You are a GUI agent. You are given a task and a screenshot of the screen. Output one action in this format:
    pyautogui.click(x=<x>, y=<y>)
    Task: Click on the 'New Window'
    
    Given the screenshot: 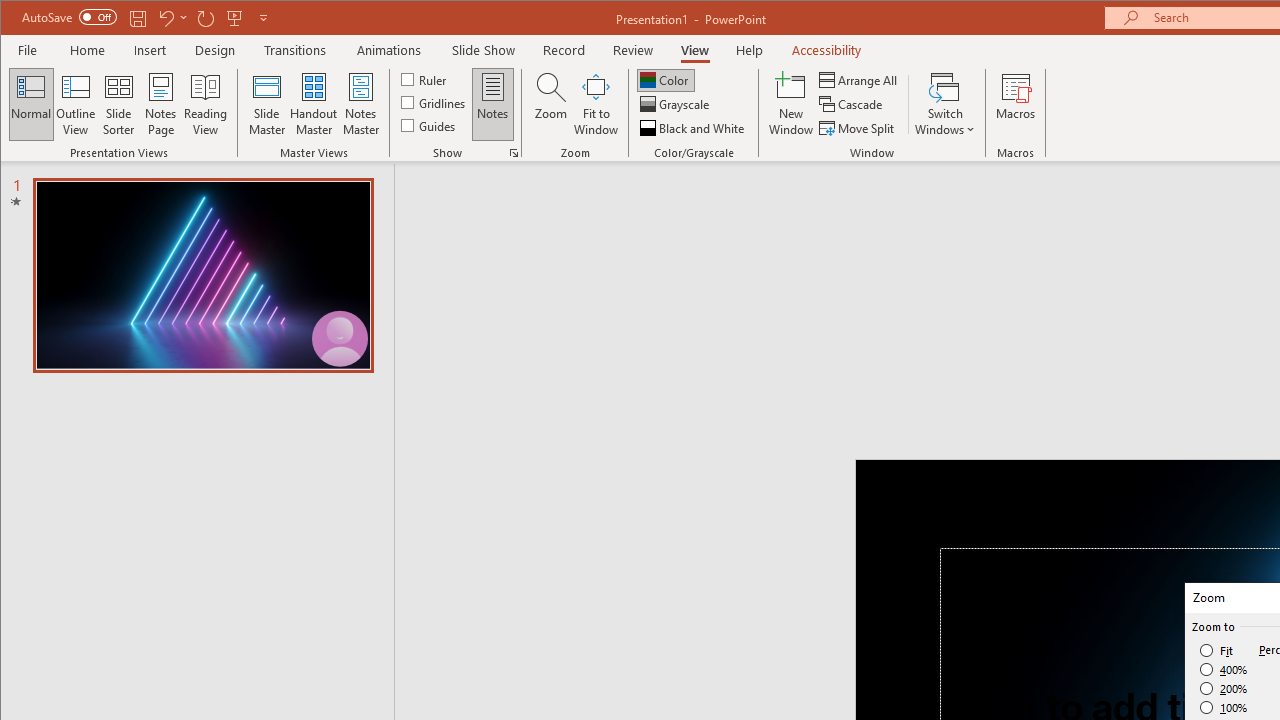 What is the action you would take?
    pyautogui.click(x=790, y=104)
    